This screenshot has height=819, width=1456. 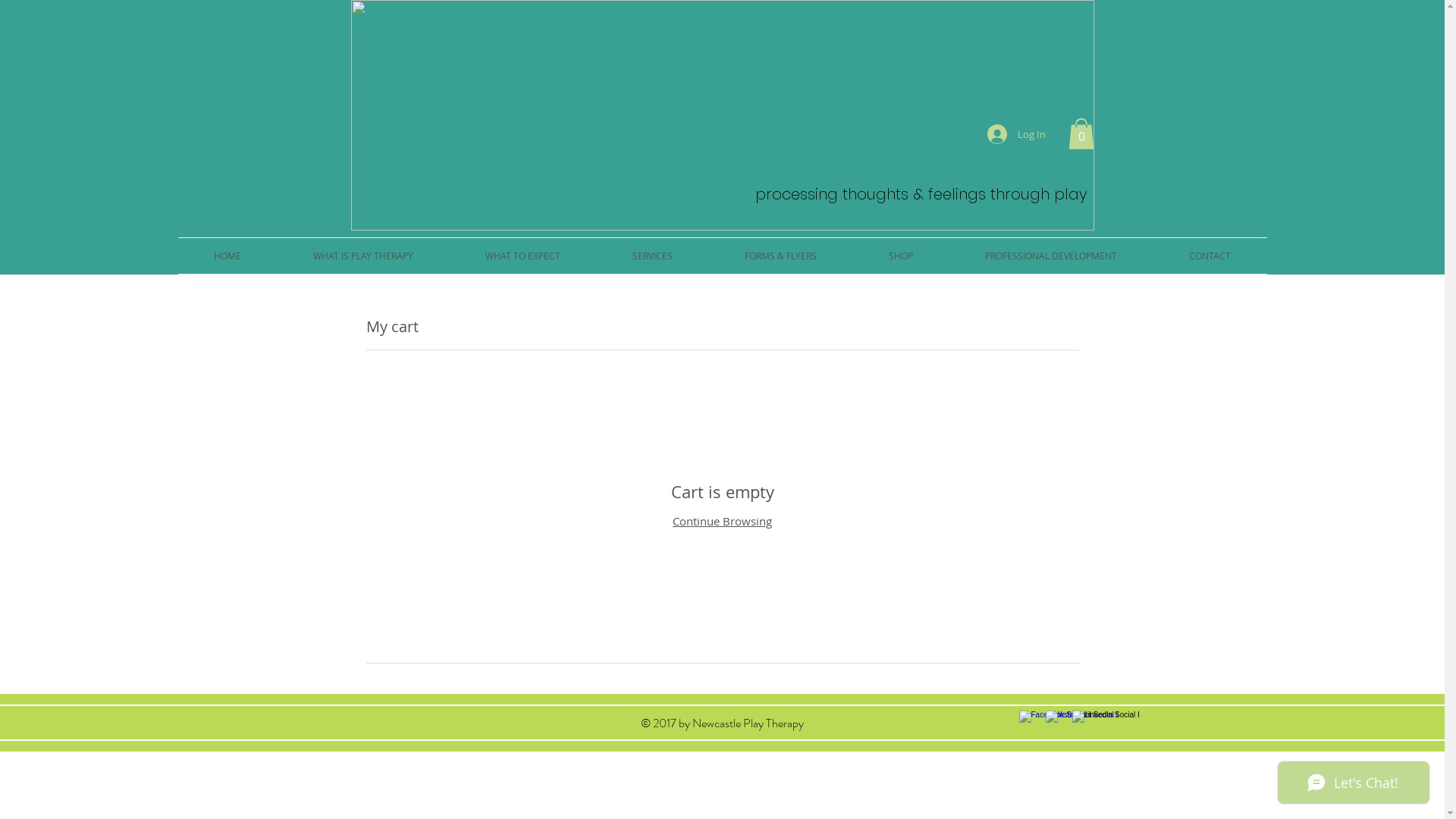 I want to click on 'SERVICES', so click(x=651, y=255).